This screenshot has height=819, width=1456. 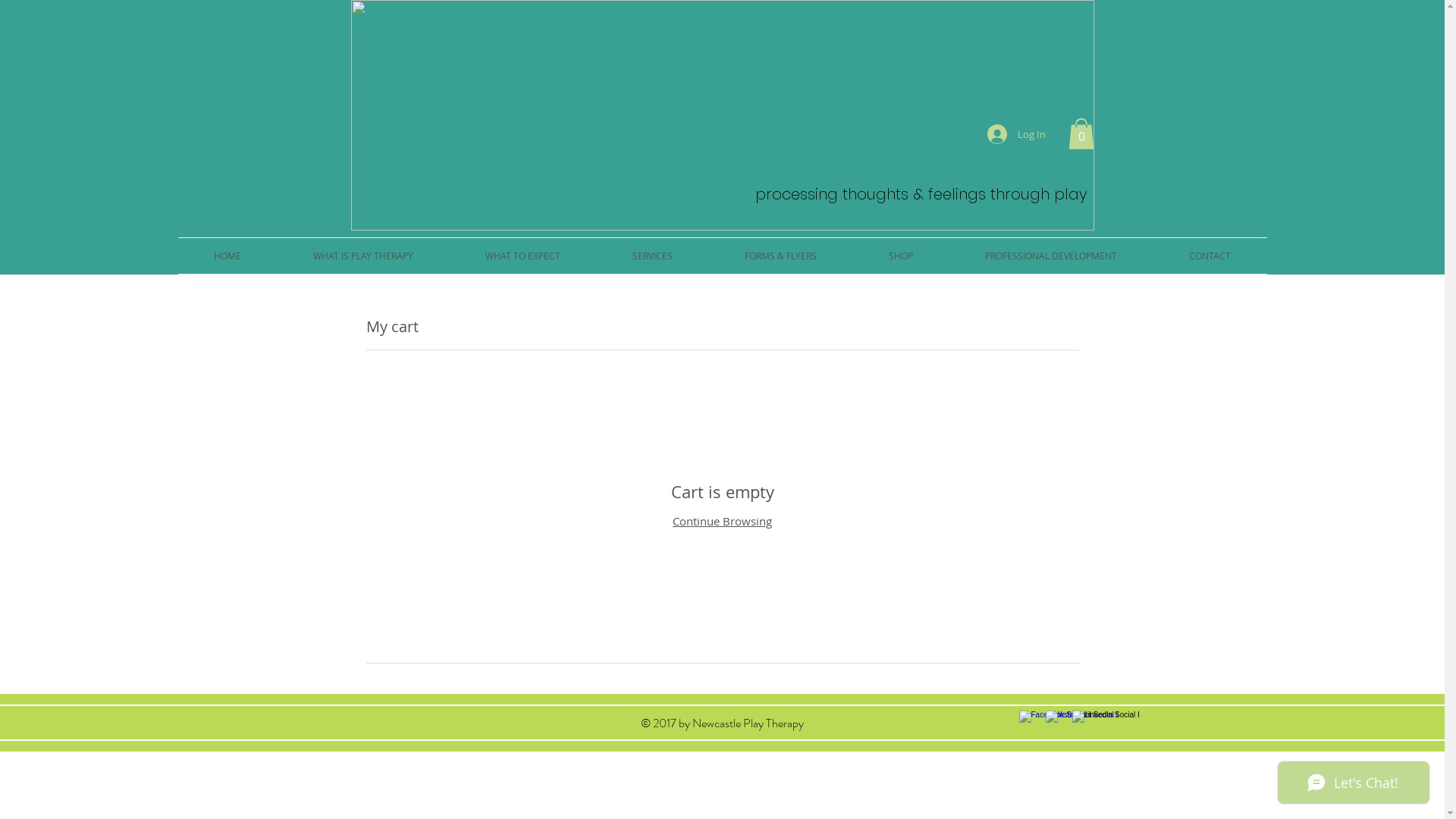 I want to click on 'SERVICES', so click(x=651, y=255).